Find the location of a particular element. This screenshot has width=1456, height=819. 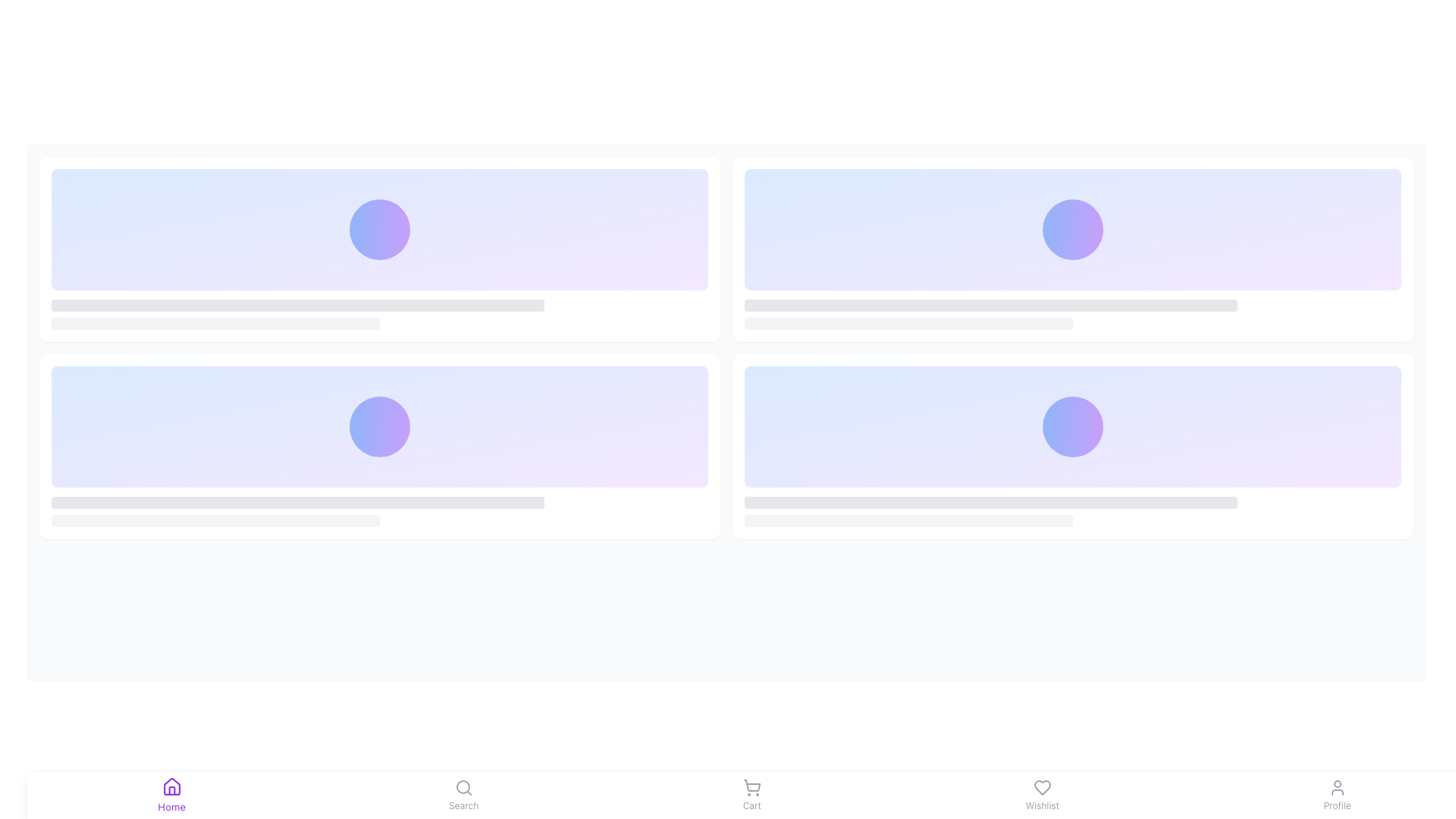

the decorative animated circular element, which features a blue to purple gradient and an animated pulse effect, located in the second row and second column of the grid layout is located at coordinates (1072, 427).